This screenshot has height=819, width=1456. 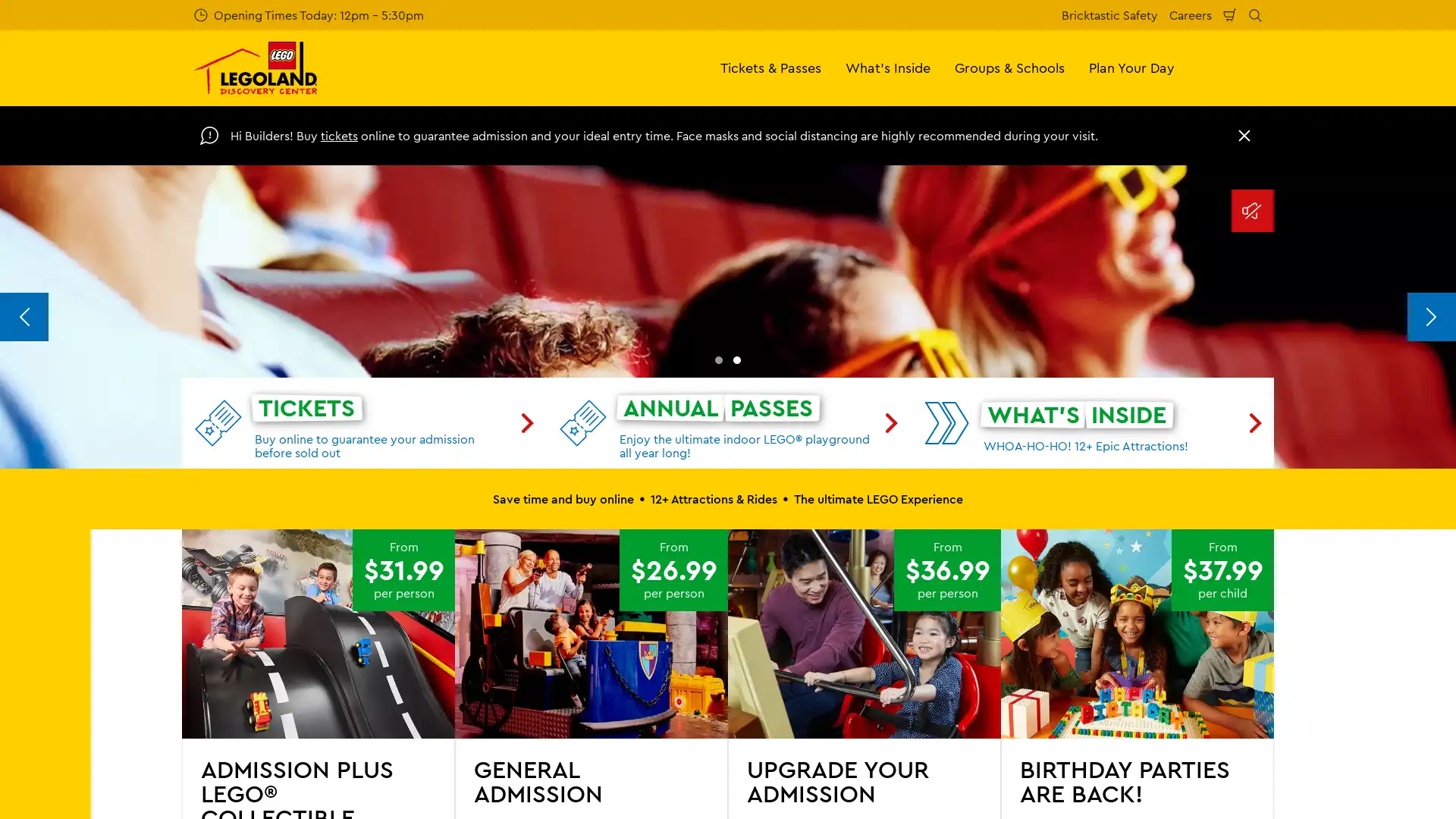 What do you see at coordinates (1230, 14) in the screenshot?
I see `Shopping Cart` at bounding box center [1230, 14].